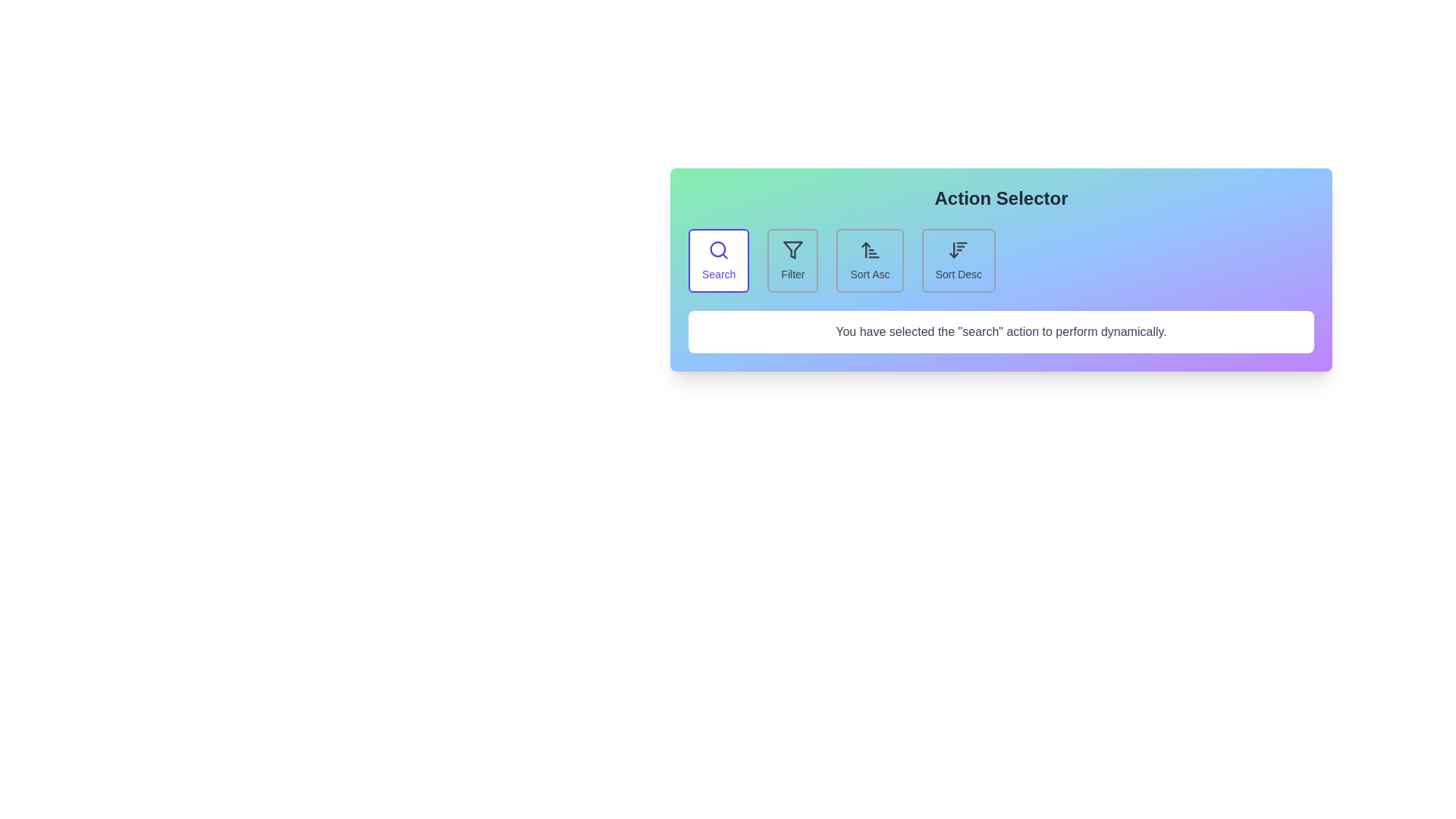 Image resolution: width=1456 pixels, height=819 pixels. Describe the element at coordinates (870, 275) in the screenshot. I see `text label that provides information about the 'Sort Asc' action, located at the bottom of the button-like structure representing this action` at that location.